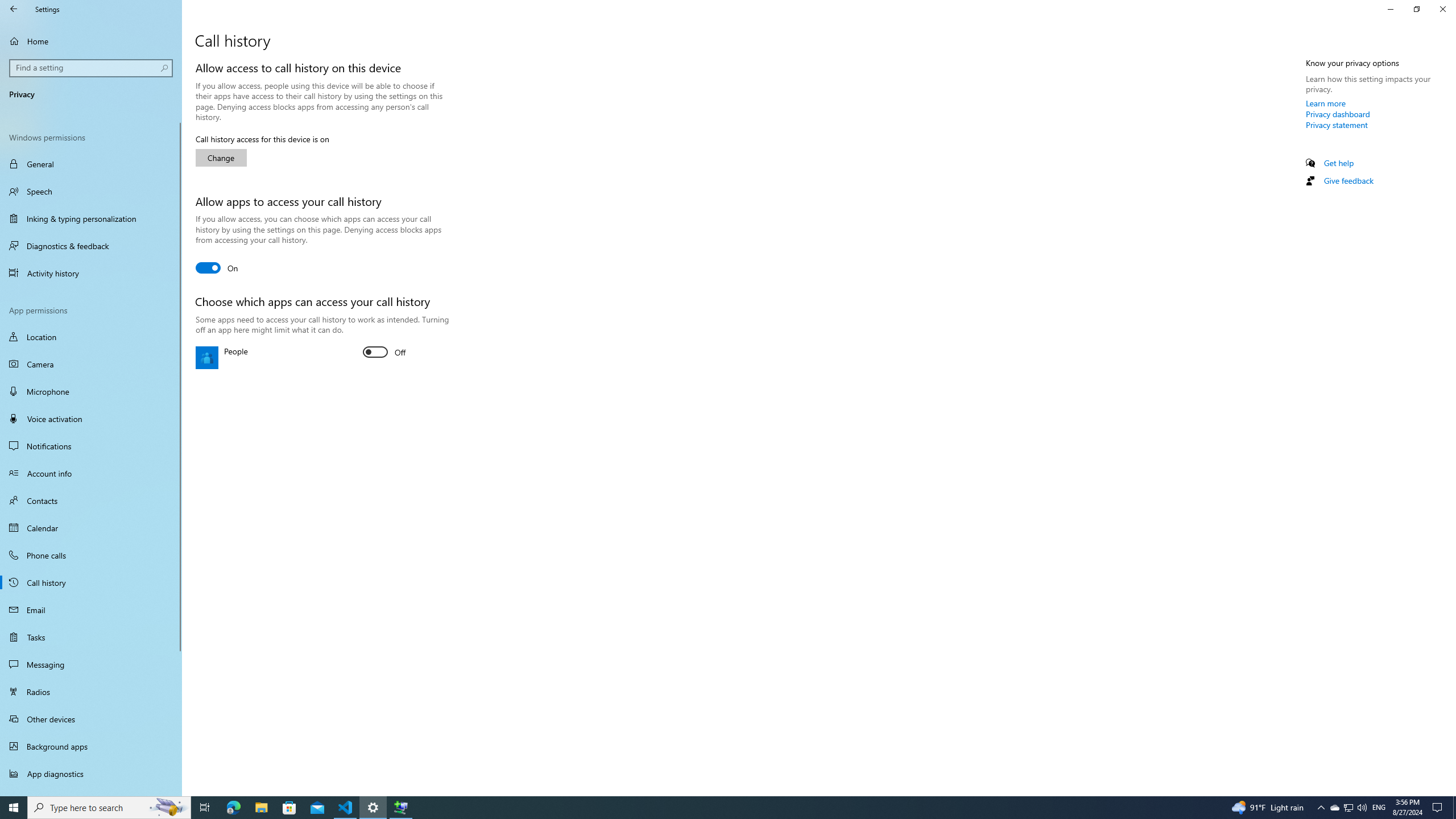 This screenshot has height=819, width=1456. I want to click on 'Other devices', so click(90, 718).